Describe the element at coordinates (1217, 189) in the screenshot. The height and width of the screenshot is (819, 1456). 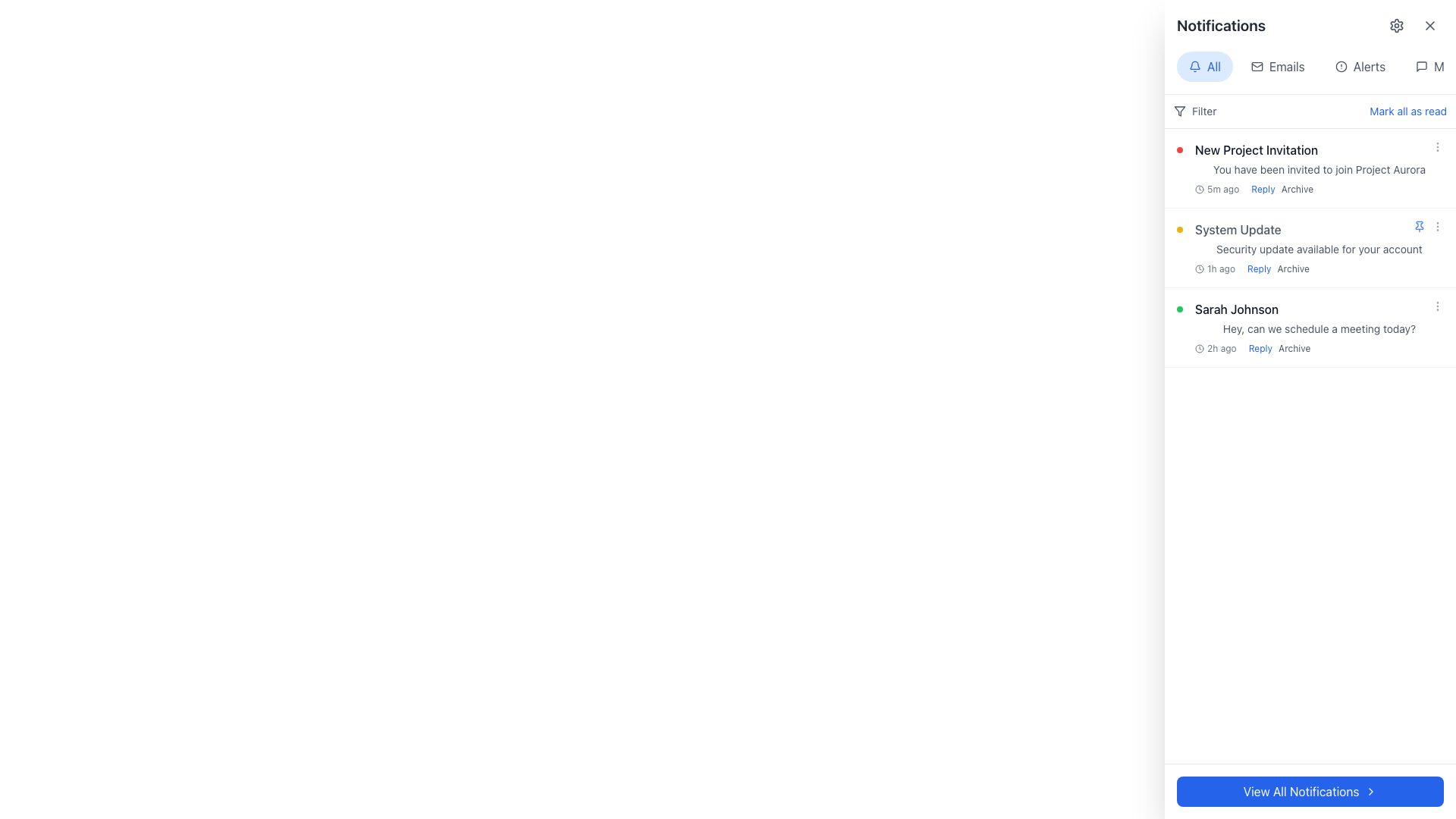
I see `the text indicator showing how long ago a notification was received, located next to the left margin of the 'New Project Invitation' notification entry` at that location.